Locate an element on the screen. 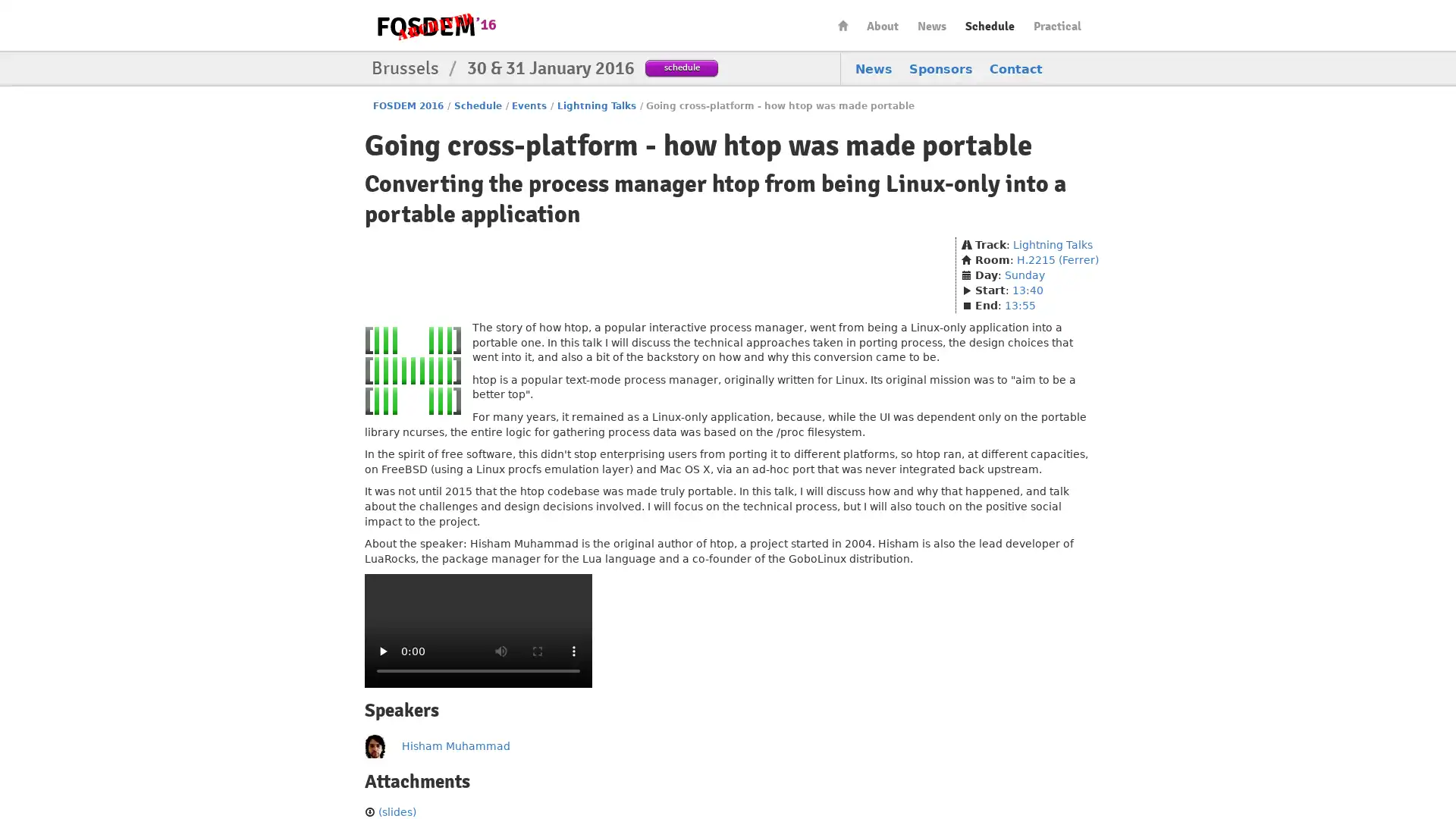 This screenshot has height=819, width=1456. mute is located at coordinates (501, 651).